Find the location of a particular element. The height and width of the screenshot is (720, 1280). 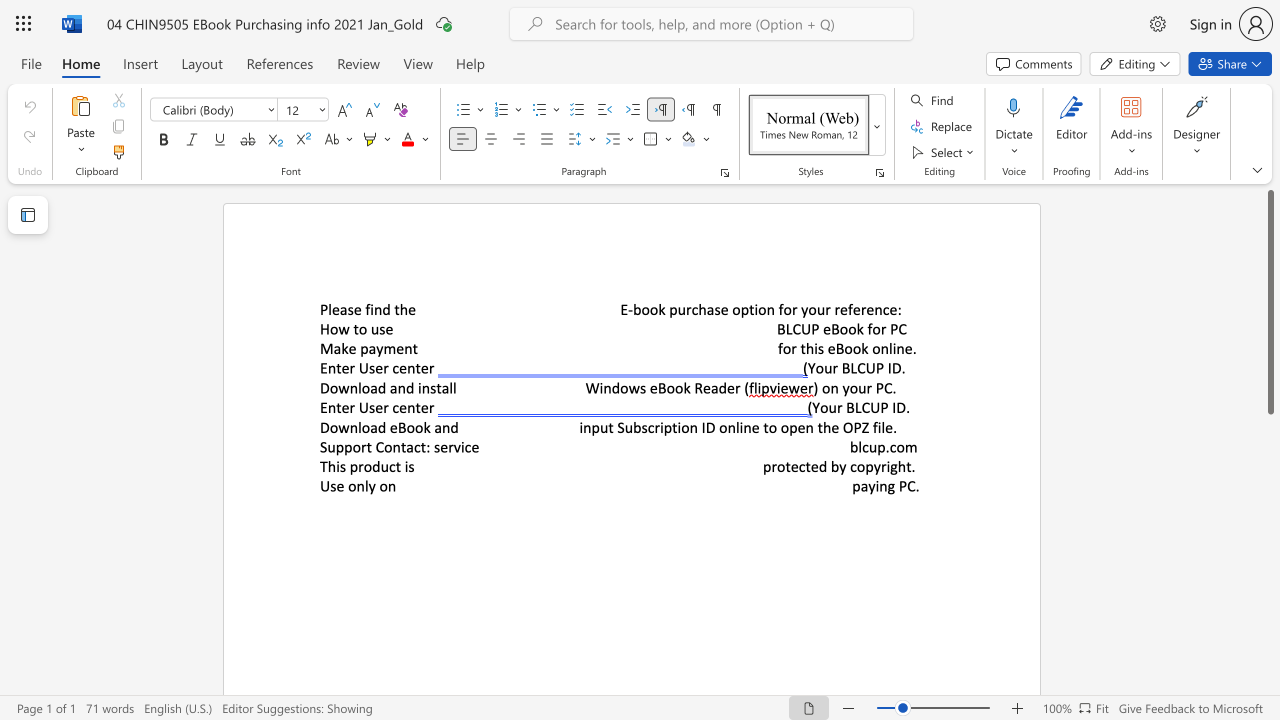

the 2th character "o" in the text is located at coordinates (654, 309).